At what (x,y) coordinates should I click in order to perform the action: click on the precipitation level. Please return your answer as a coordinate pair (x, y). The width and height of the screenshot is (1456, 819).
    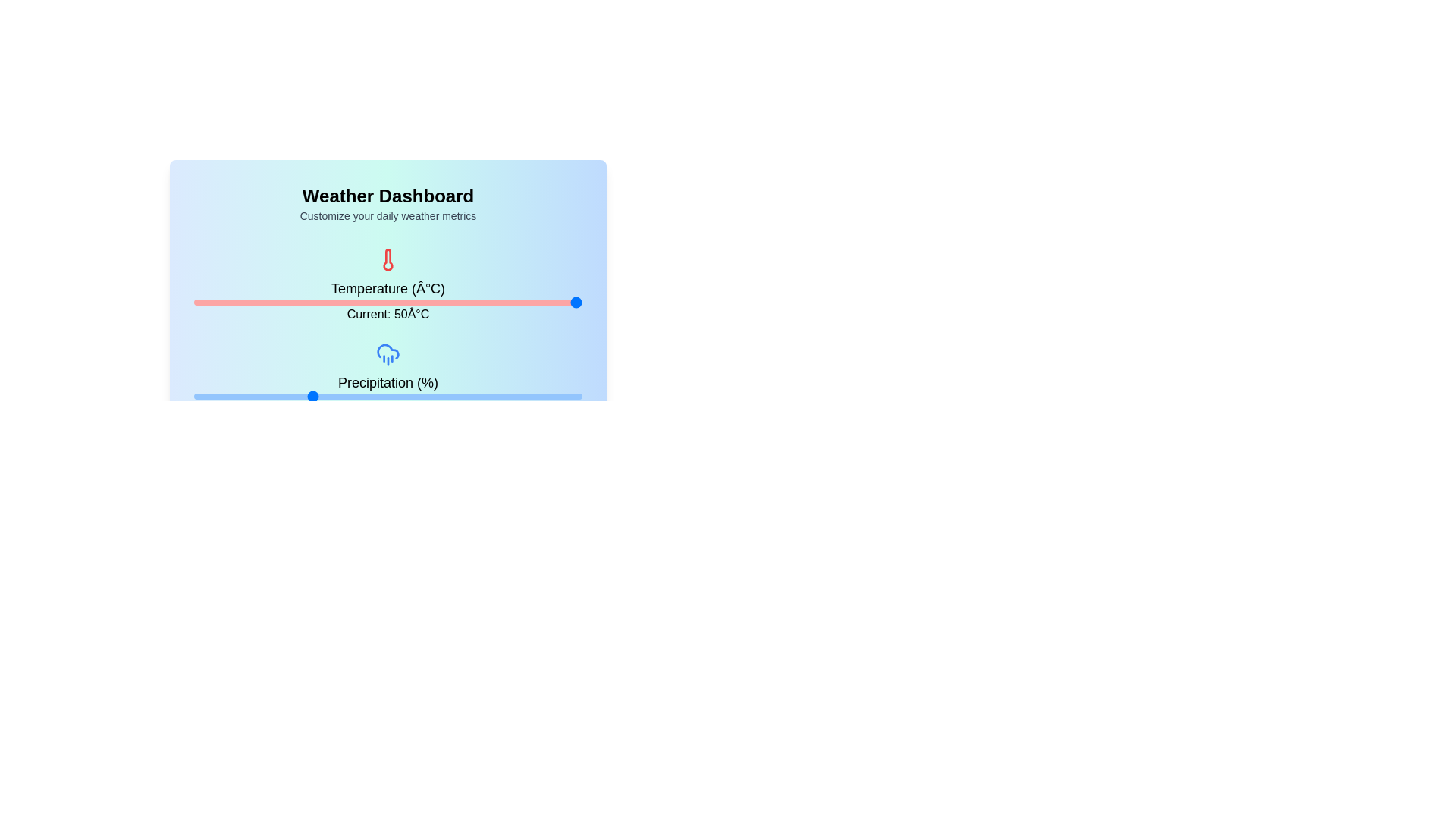
    Looking at the image, I should click on (480, 396).